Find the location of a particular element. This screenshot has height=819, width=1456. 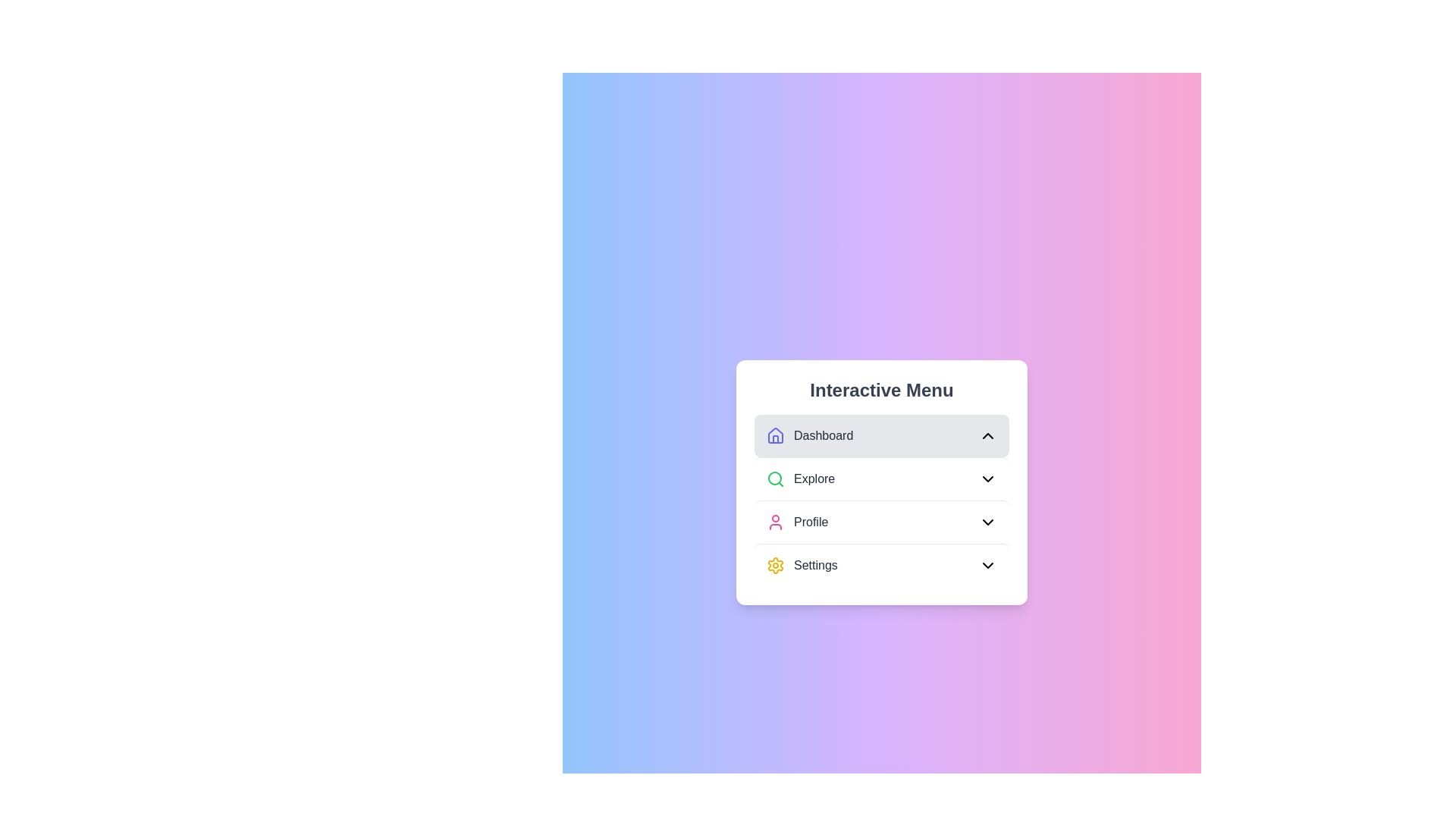

the chevron toggle of the Dashboard menu to toggle its state is located at coordinates (987, 435).